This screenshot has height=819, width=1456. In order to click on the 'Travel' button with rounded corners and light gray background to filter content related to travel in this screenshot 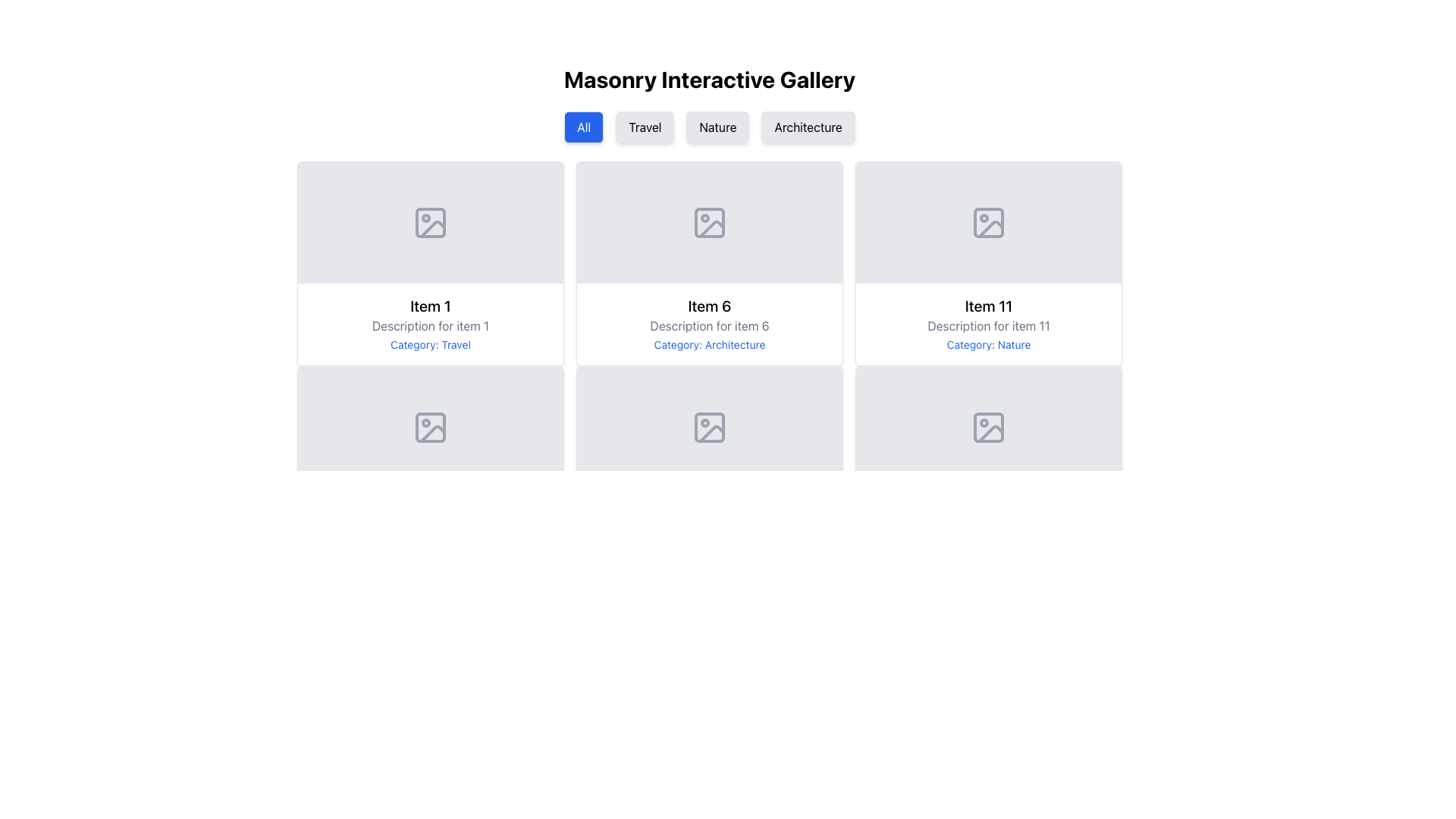, I will do `click(645, 127)`.